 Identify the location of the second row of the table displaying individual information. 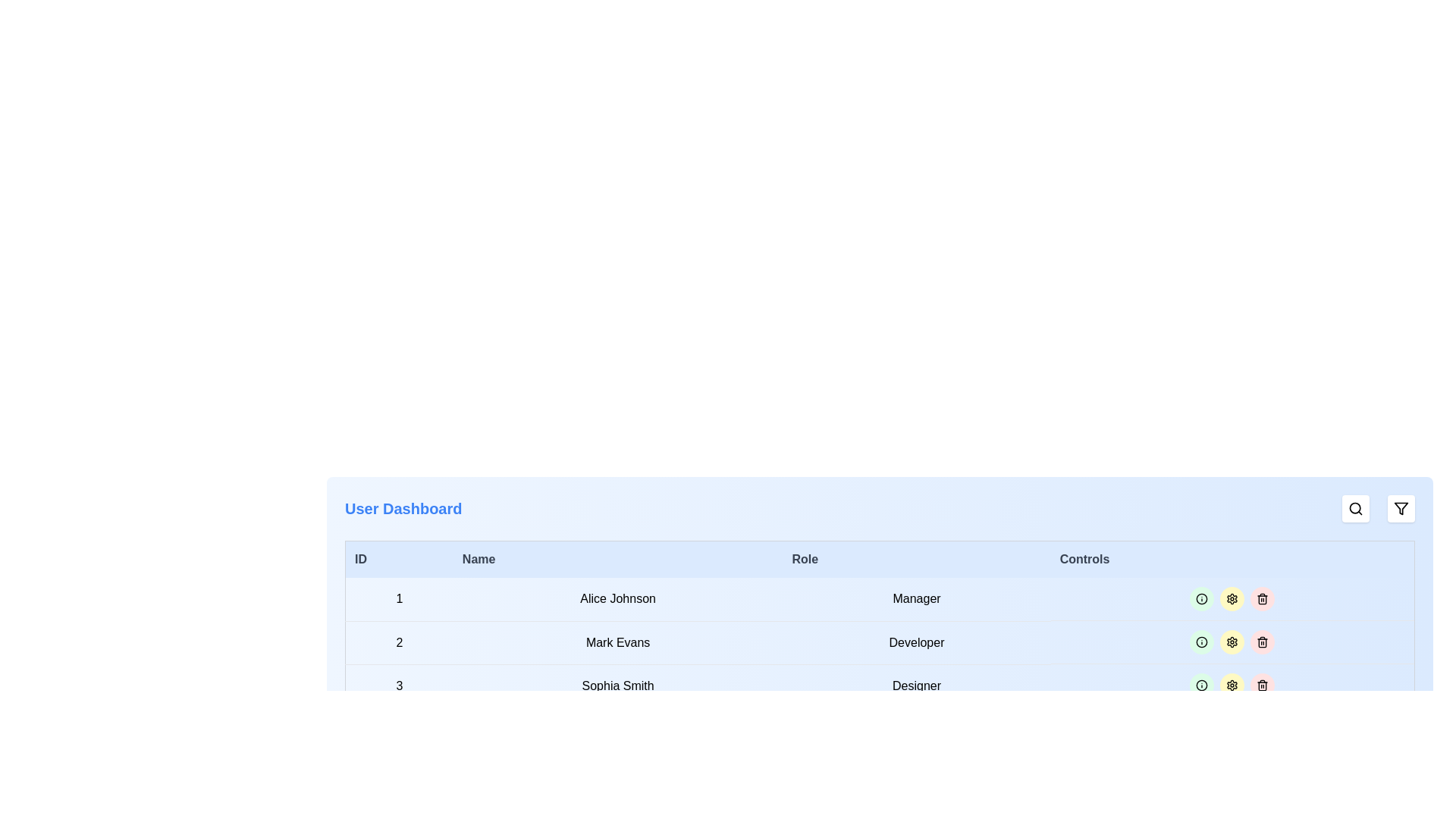
(880, 642).